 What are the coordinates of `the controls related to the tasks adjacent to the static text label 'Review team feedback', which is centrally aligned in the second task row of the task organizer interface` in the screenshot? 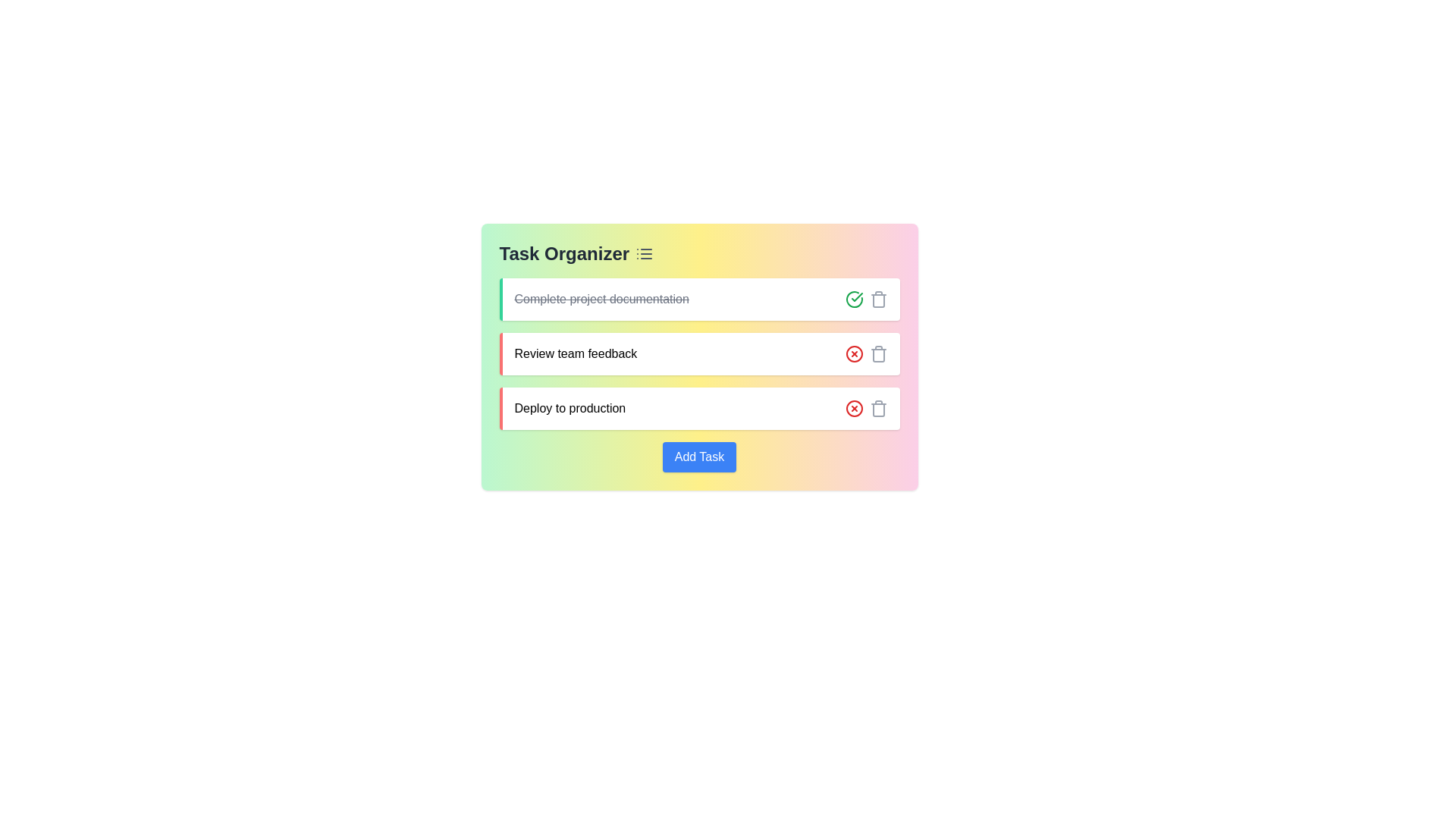 It's located at (575, 353).